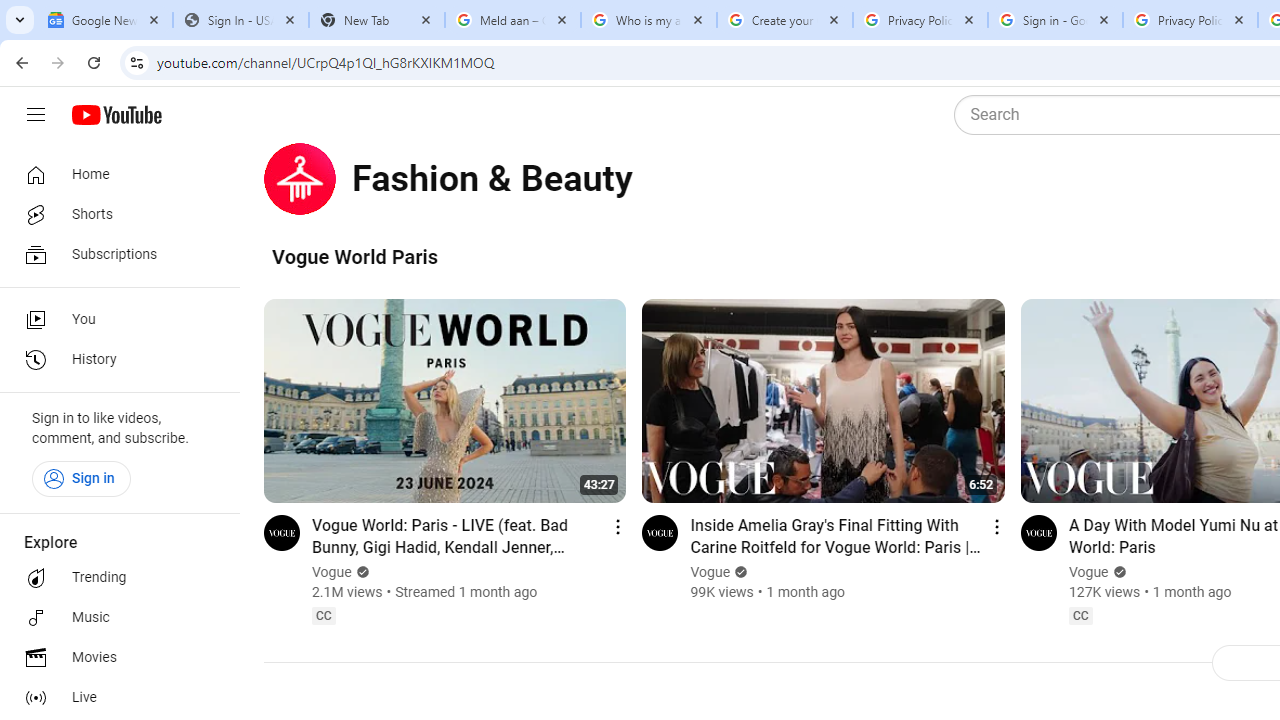 This screenshot has height=720, width=1280. I want to click on 'Closed captions', so click(1079, 614).